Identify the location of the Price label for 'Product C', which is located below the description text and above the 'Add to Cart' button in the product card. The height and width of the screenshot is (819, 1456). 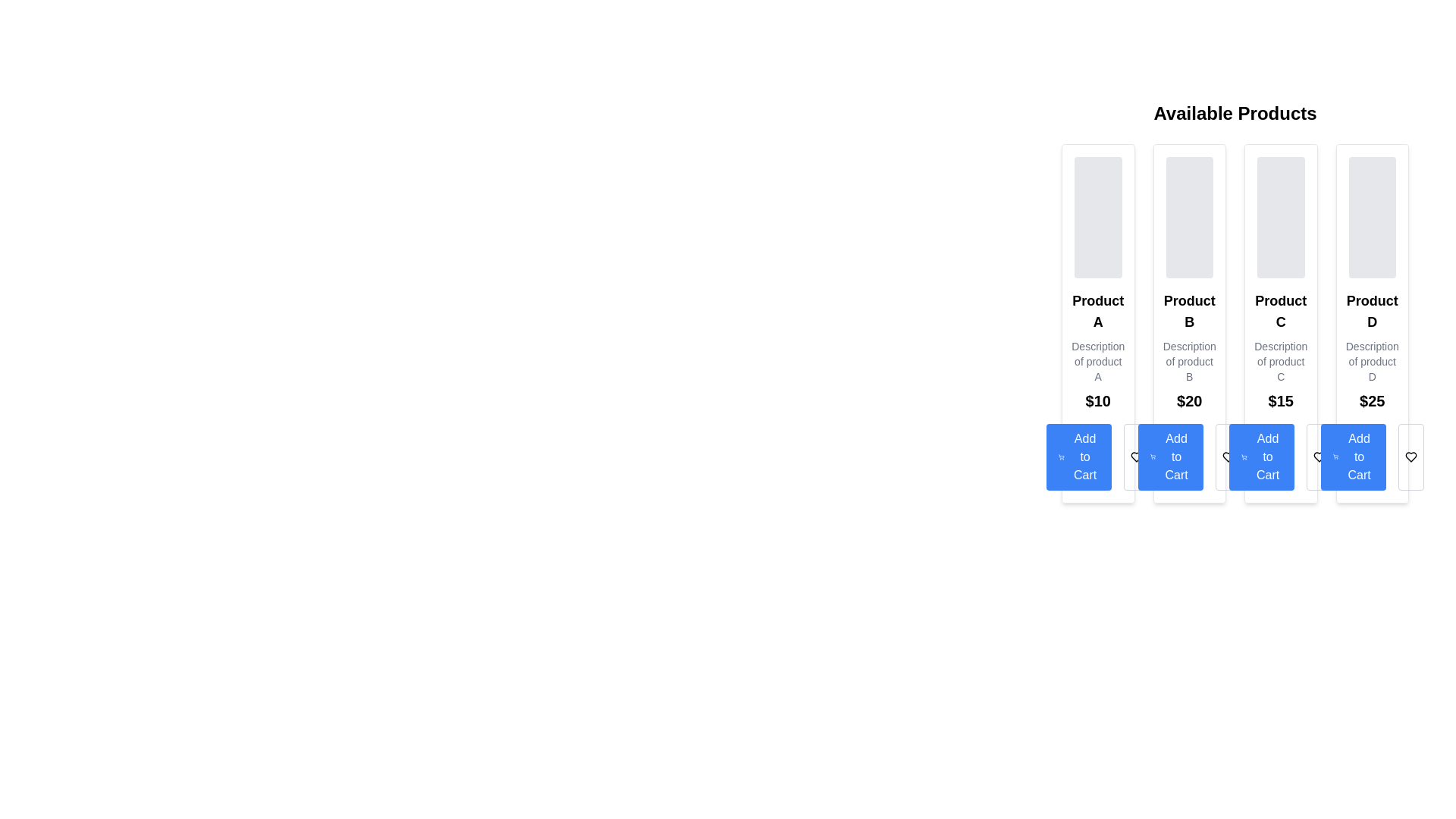
(1280, 400).